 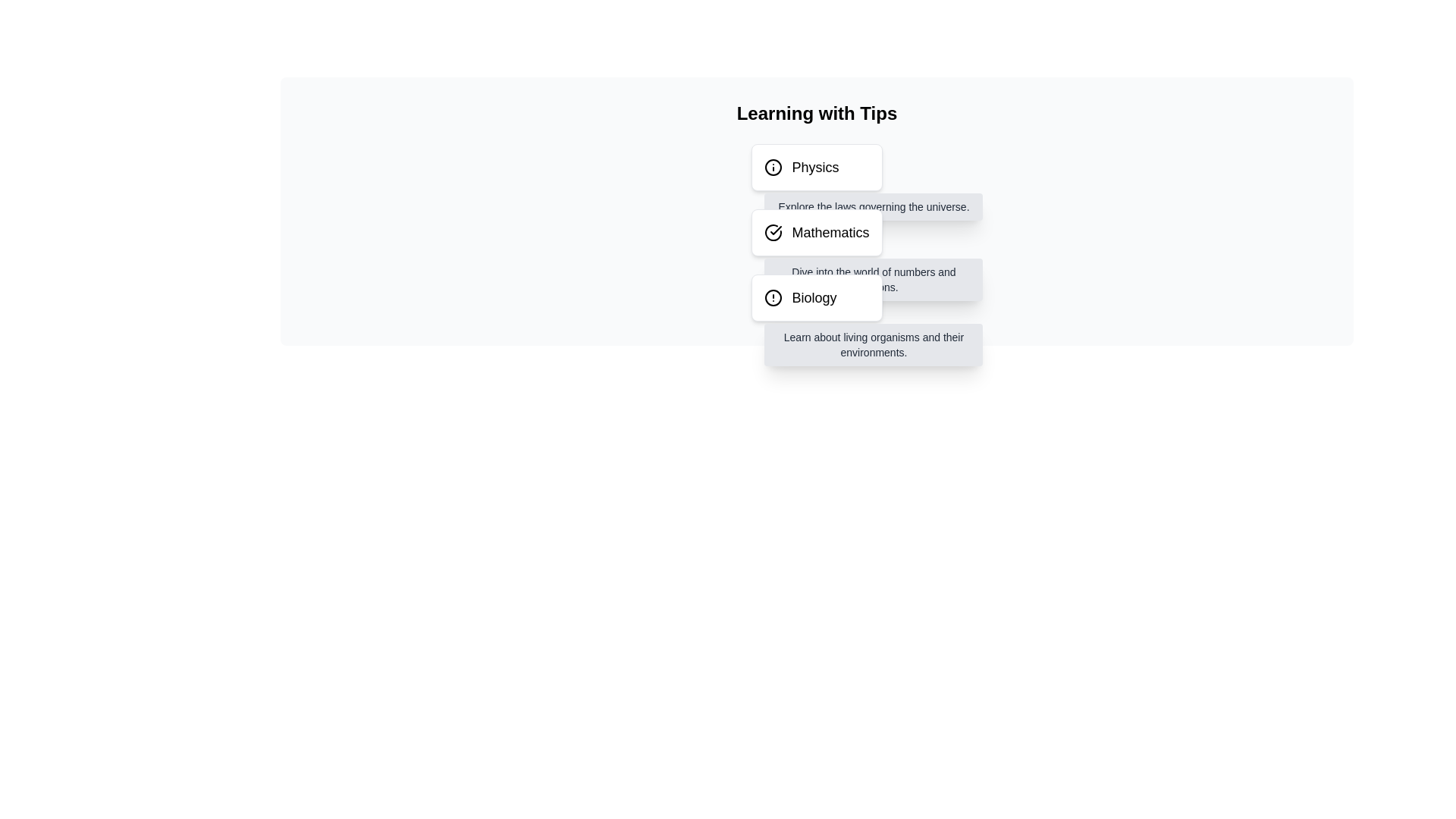 I want to click on circular icon with a checkmark symbol inside, which indicates a completed or verified state, positioned at the beginning of the row associated with the 'Mathematics' label, so click(x=773, y=233).